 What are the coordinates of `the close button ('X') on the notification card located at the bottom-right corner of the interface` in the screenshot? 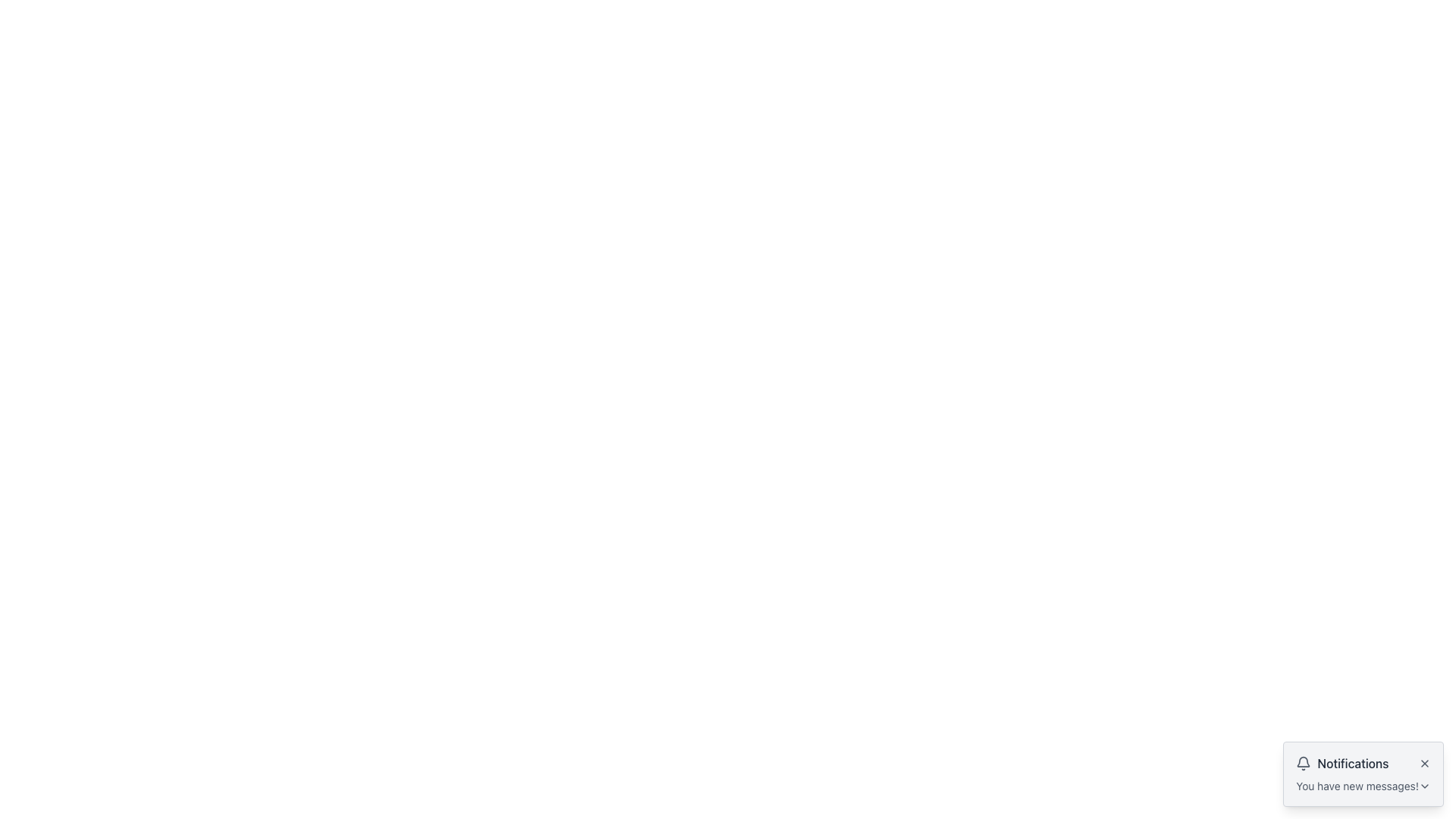 It's located at (1363, 774).